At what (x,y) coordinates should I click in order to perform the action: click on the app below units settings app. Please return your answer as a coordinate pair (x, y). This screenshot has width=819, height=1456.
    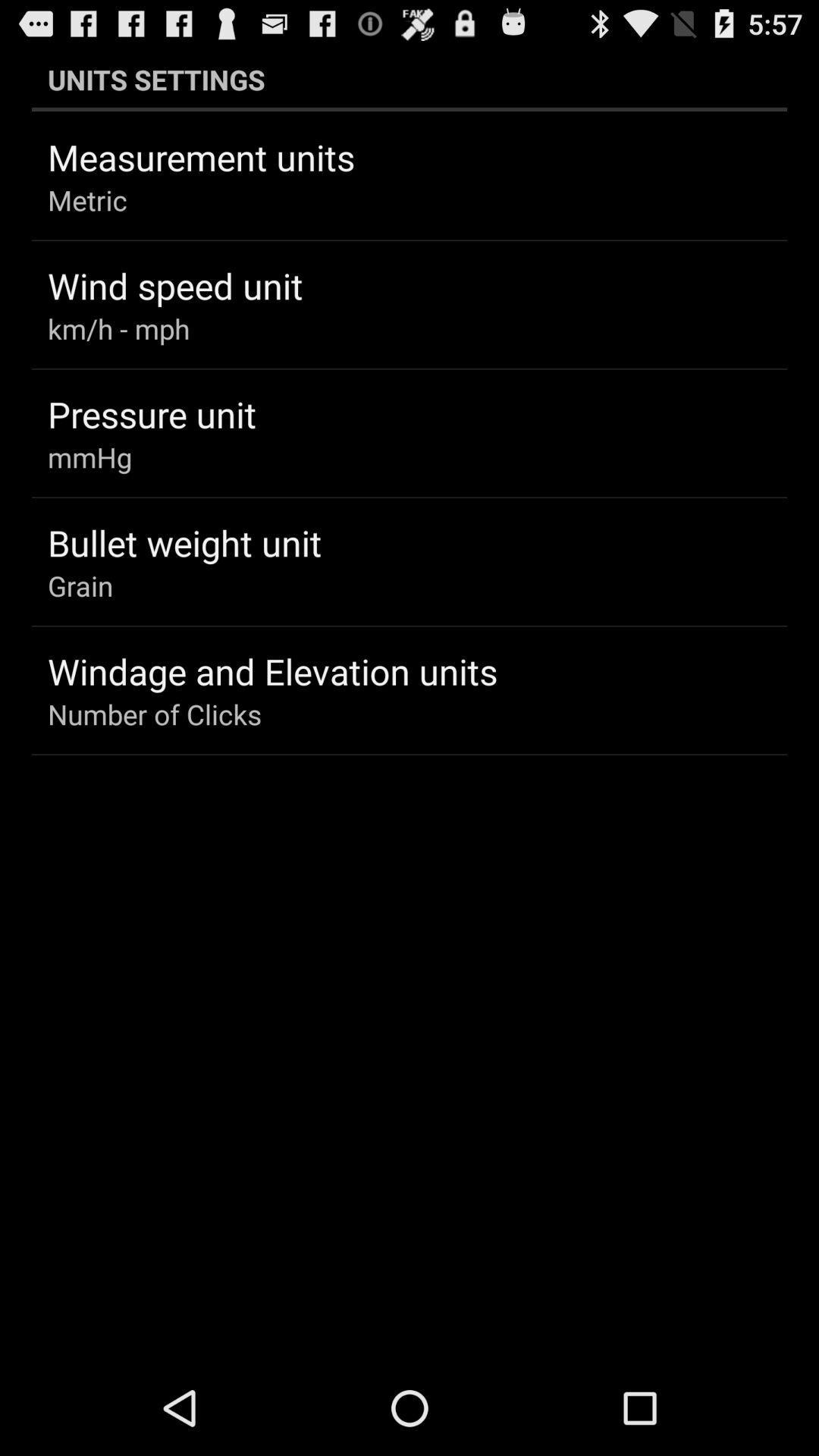
    Looking at the image, I should click on (200, 157).